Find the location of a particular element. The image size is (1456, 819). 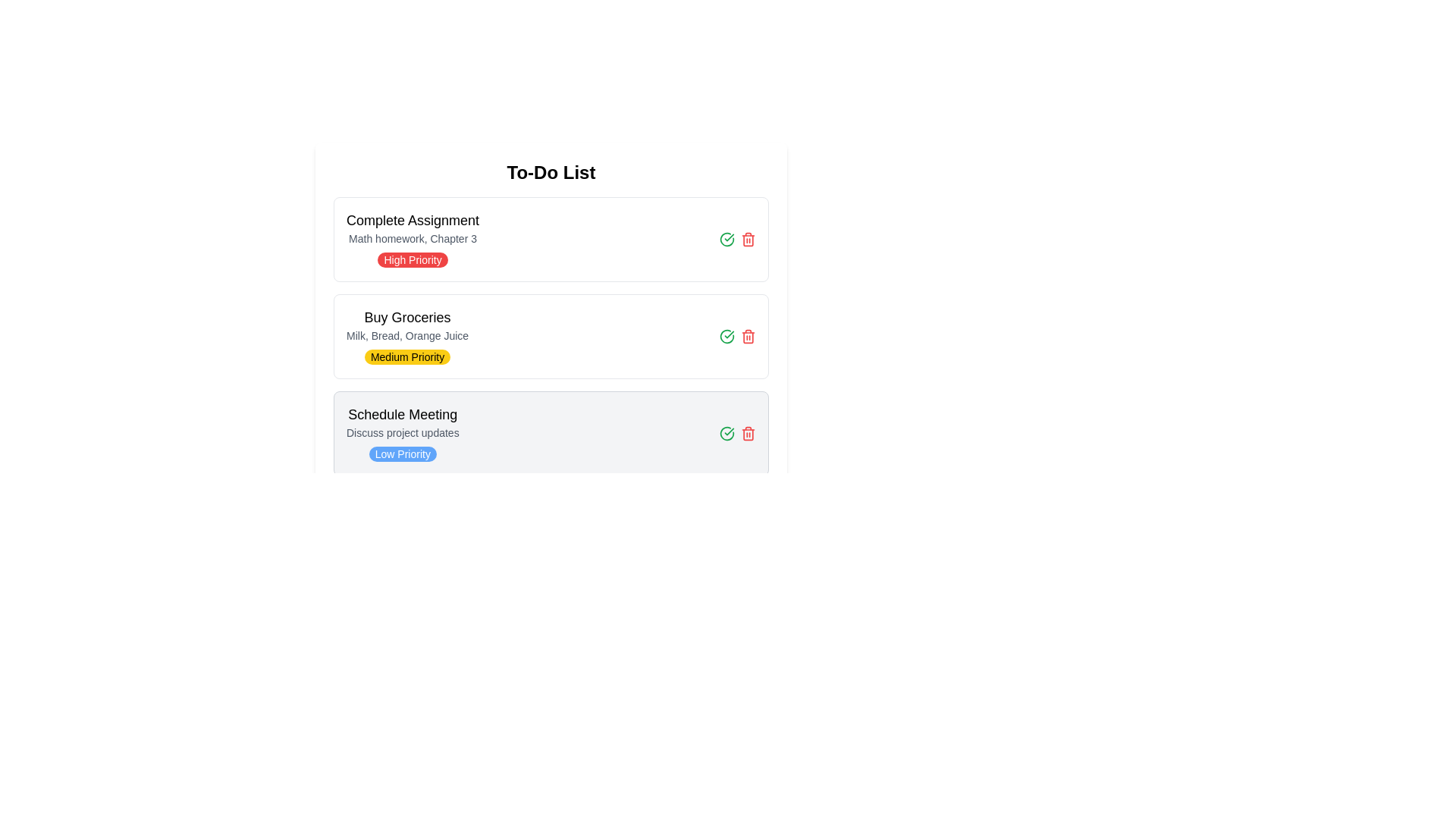

the delete button located to the right of the green checkmark icon in the 'Buy Groceries' row is located at coordinates (748, 335).